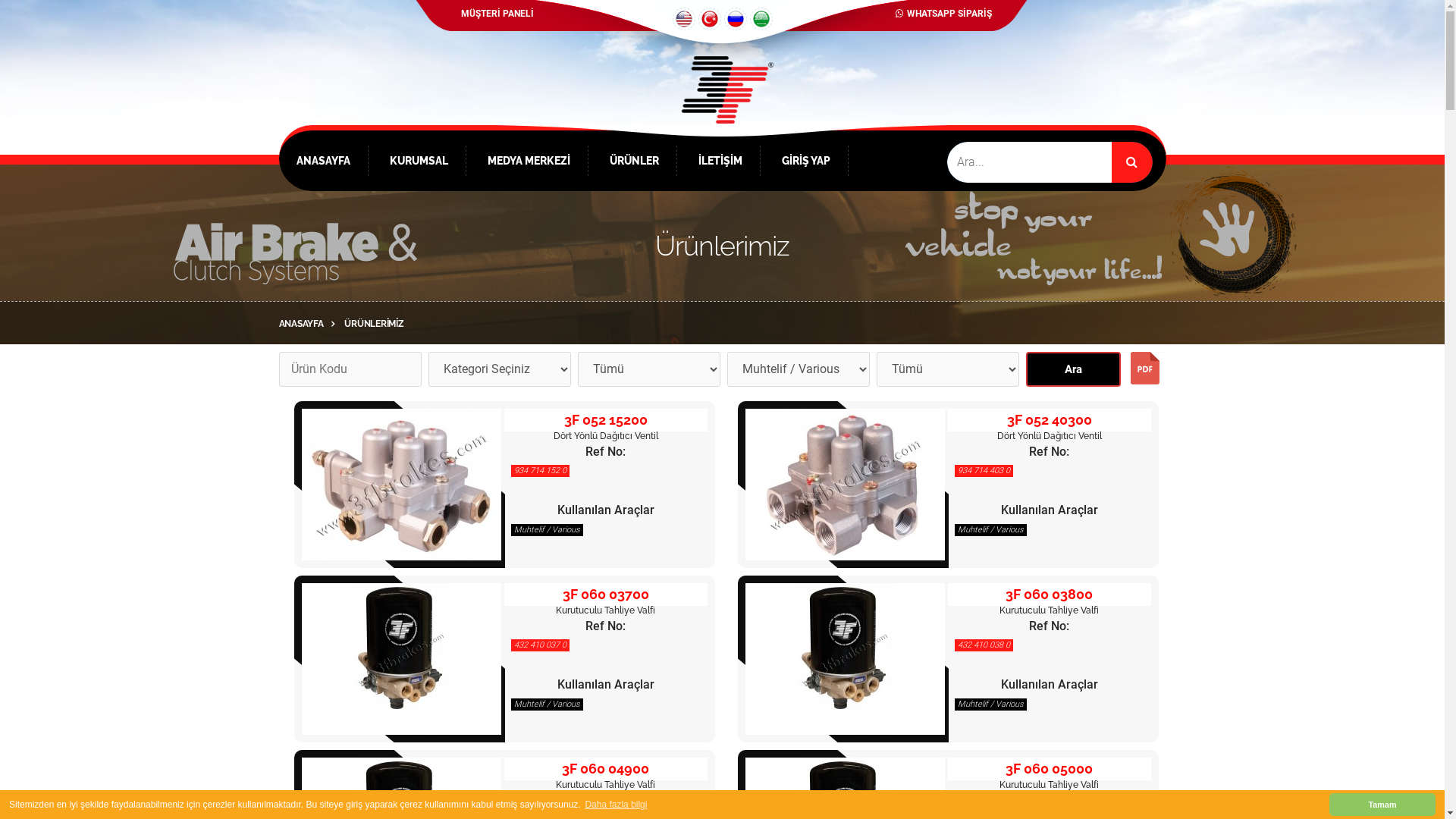 The image size is (1456, 819). I want to click on 'Daha fazla bilgi', so click(616, 804).